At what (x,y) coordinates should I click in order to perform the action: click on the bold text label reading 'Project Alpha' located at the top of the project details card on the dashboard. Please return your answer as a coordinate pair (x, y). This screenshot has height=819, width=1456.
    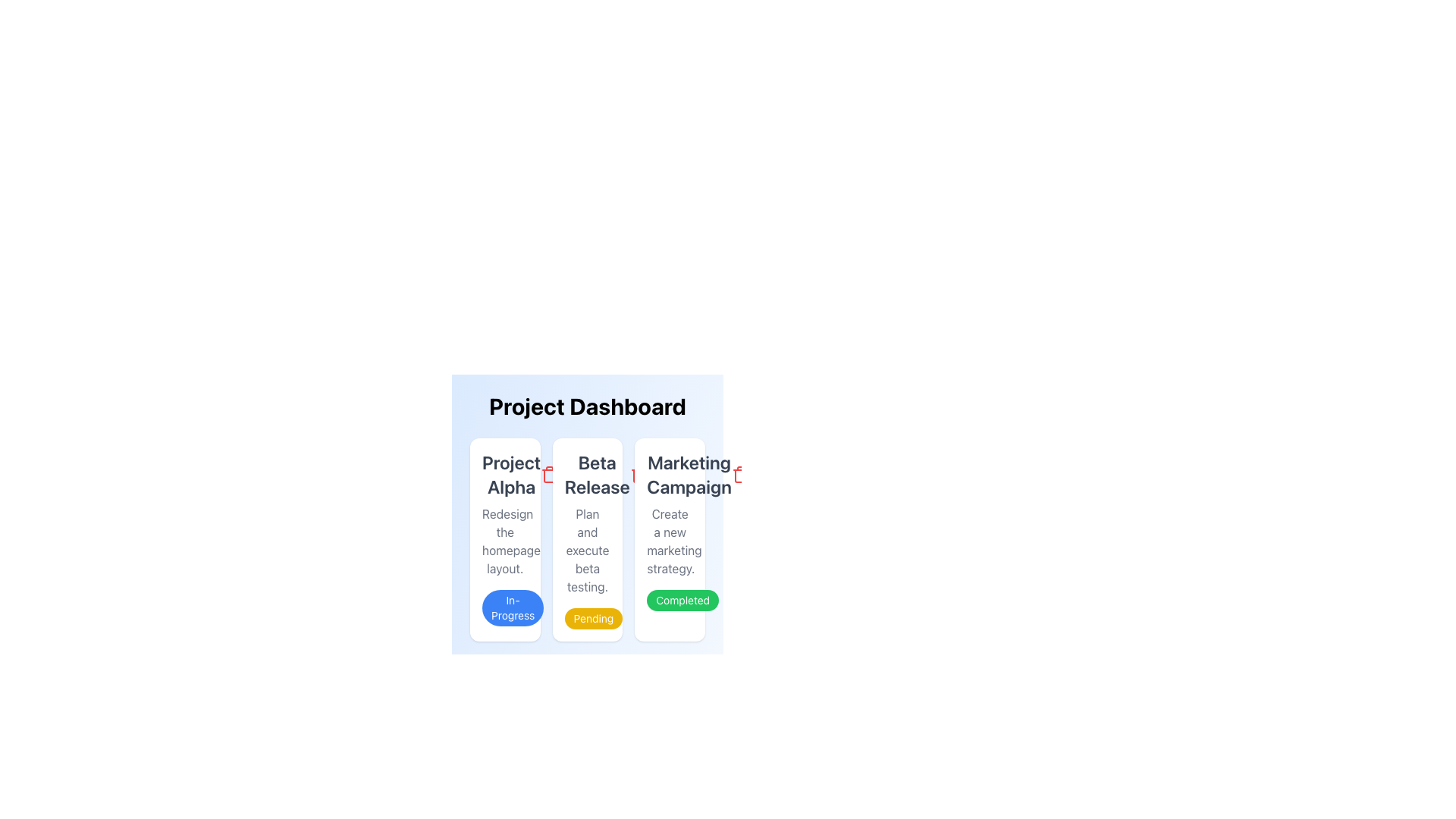
    Looking at the image, I should click on (505, 473).